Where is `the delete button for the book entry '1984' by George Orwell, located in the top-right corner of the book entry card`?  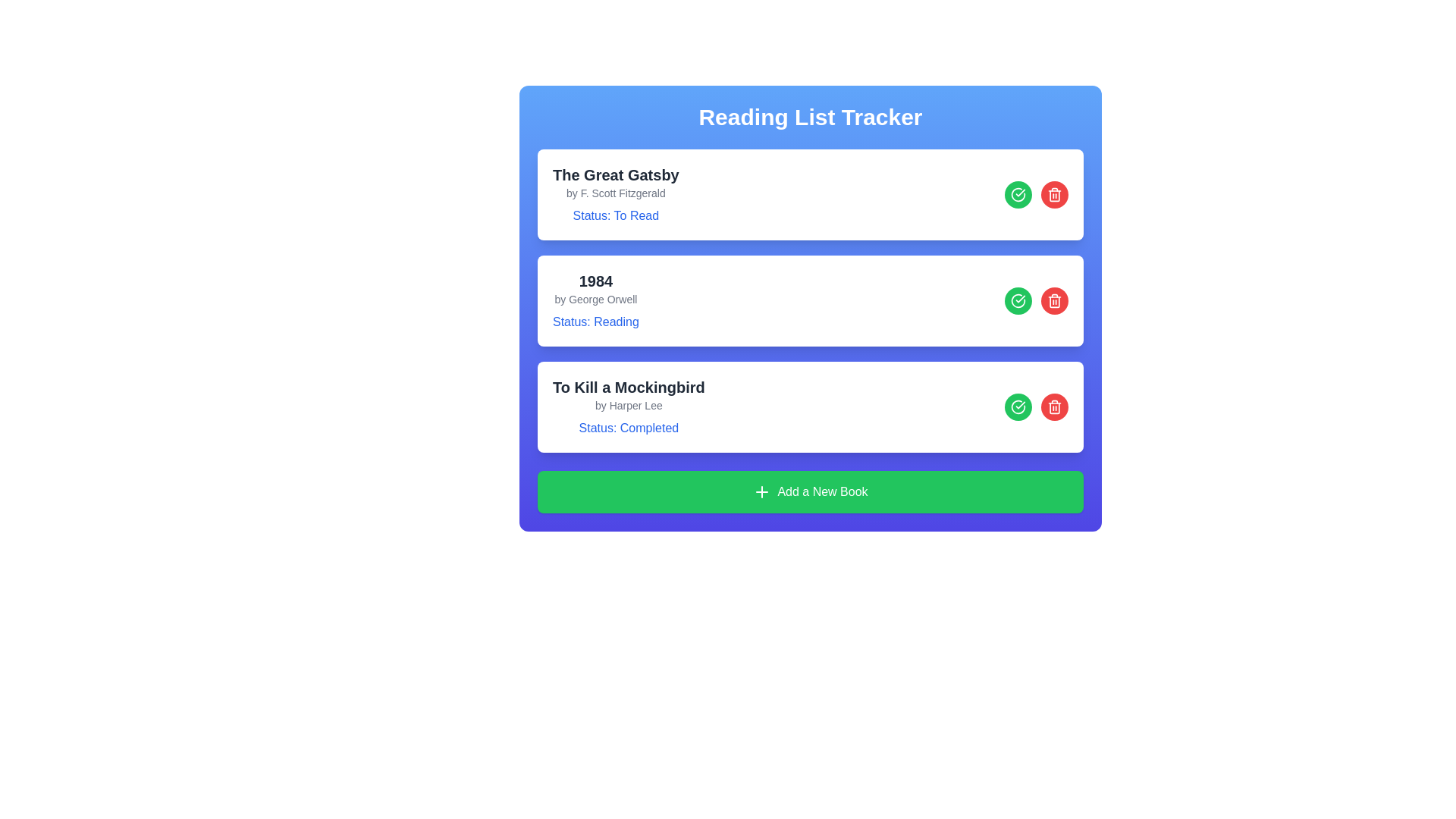 the delete button for the book entry '1984' by George Orwell, located in the top-right corner of the book entry card is located at coordinates (1054, 406).